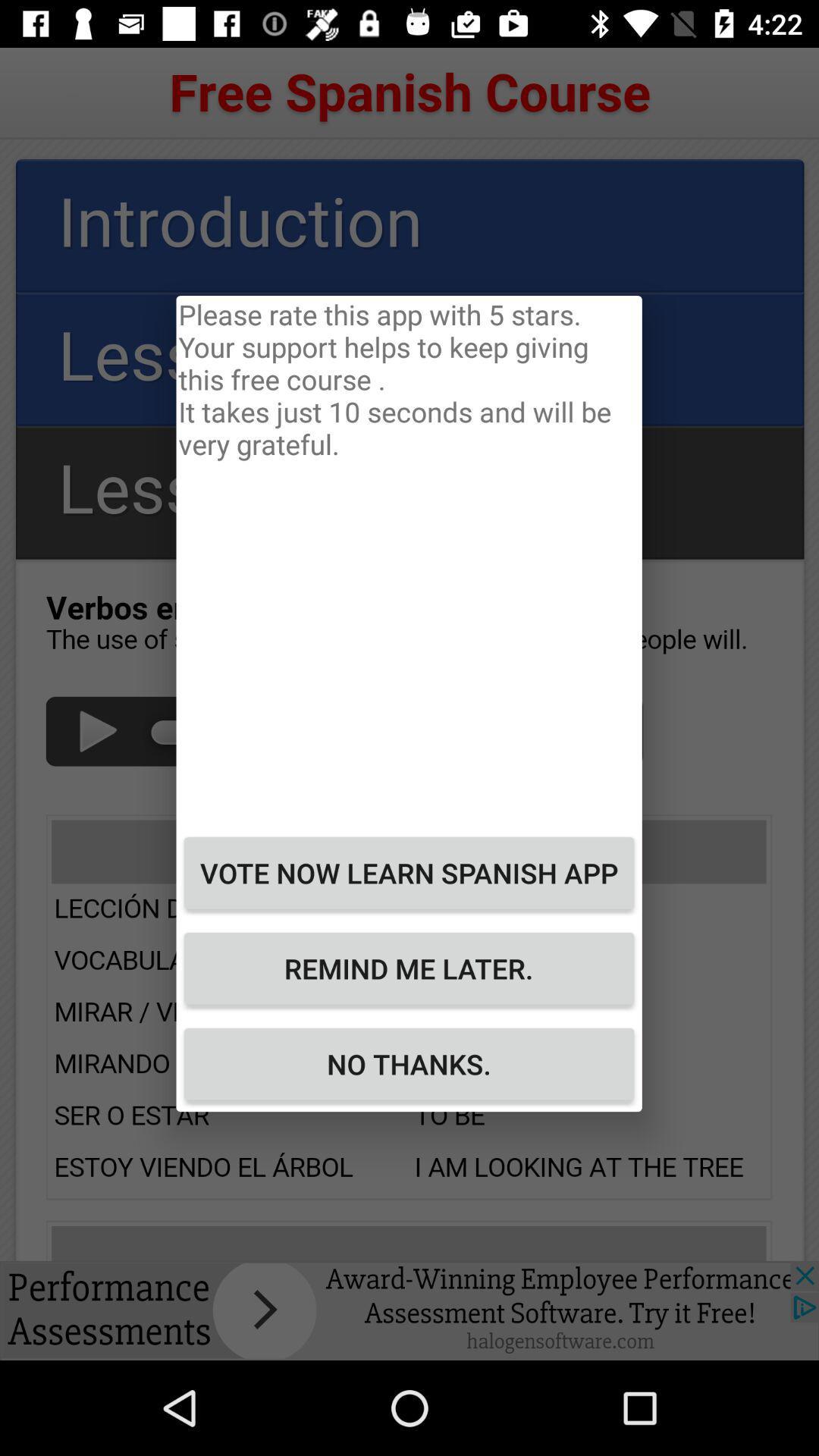 This screenshot has width=819, height=1456. I want to click on the button at the bottom, so click(408, 1063).